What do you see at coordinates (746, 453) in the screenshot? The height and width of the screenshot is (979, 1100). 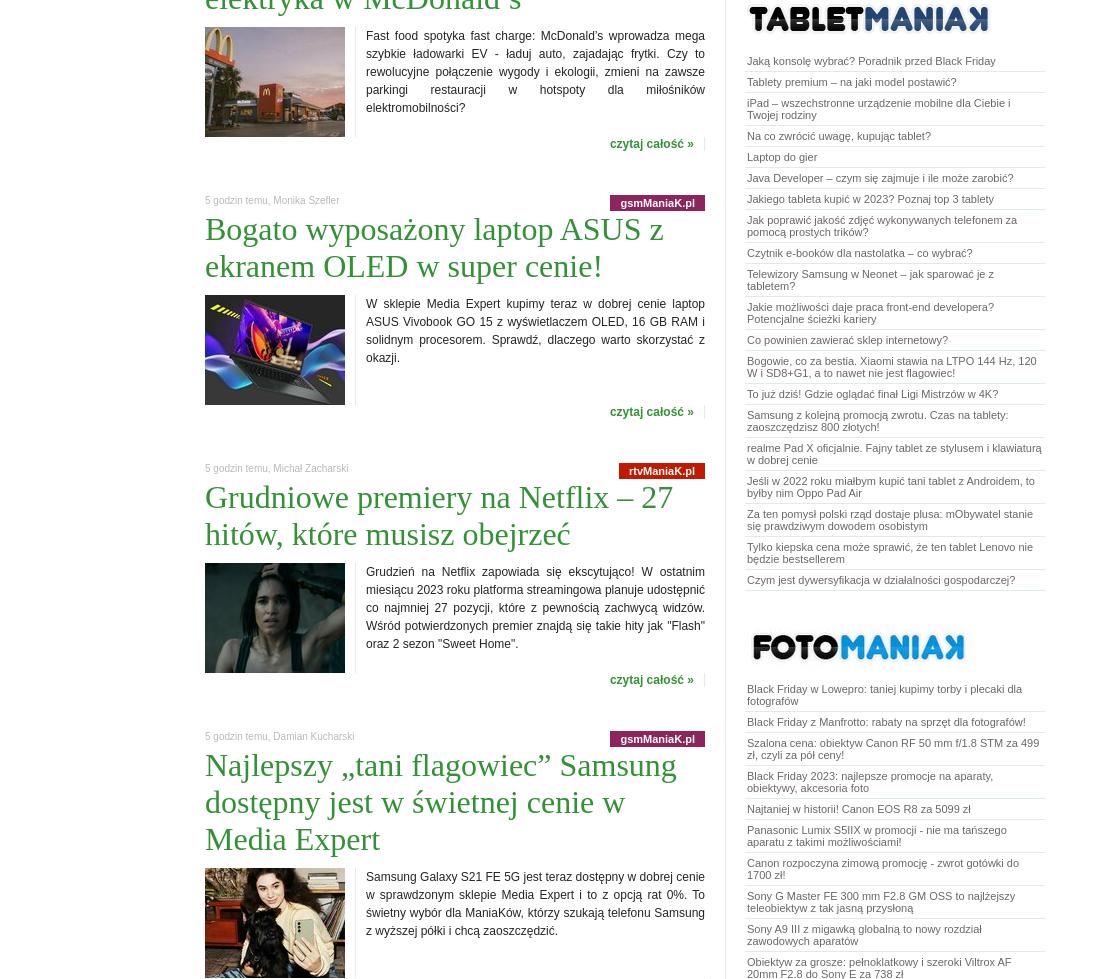 I see `'realme Pad X oficjalnie. Fajny tablet ze stylusem i klawiaturą w dobrej cenie'` at bounding box center [746, 453].